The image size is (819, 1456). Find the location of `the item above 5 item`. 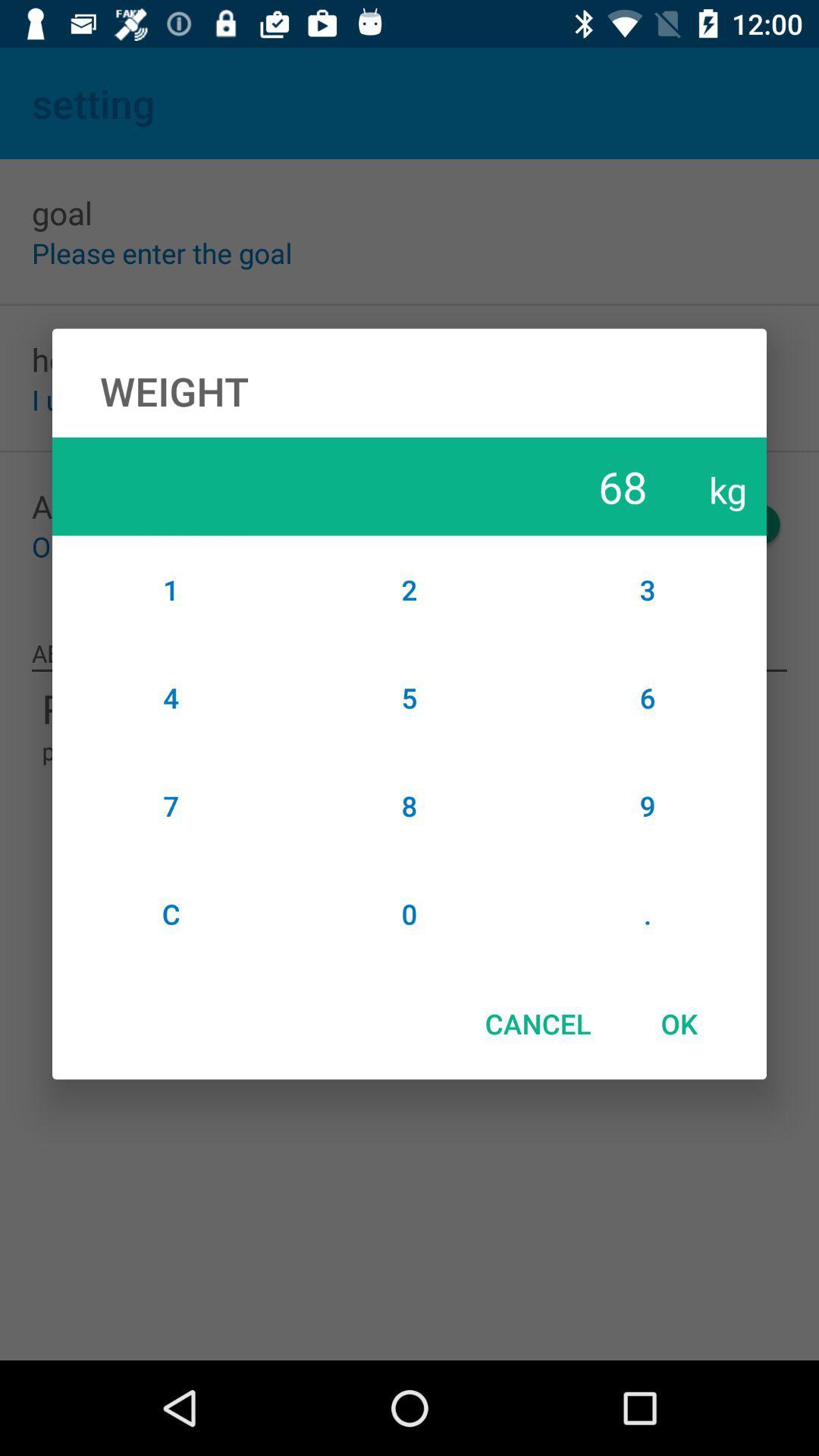

the item above 5 item is located at coordinates (409, 588).